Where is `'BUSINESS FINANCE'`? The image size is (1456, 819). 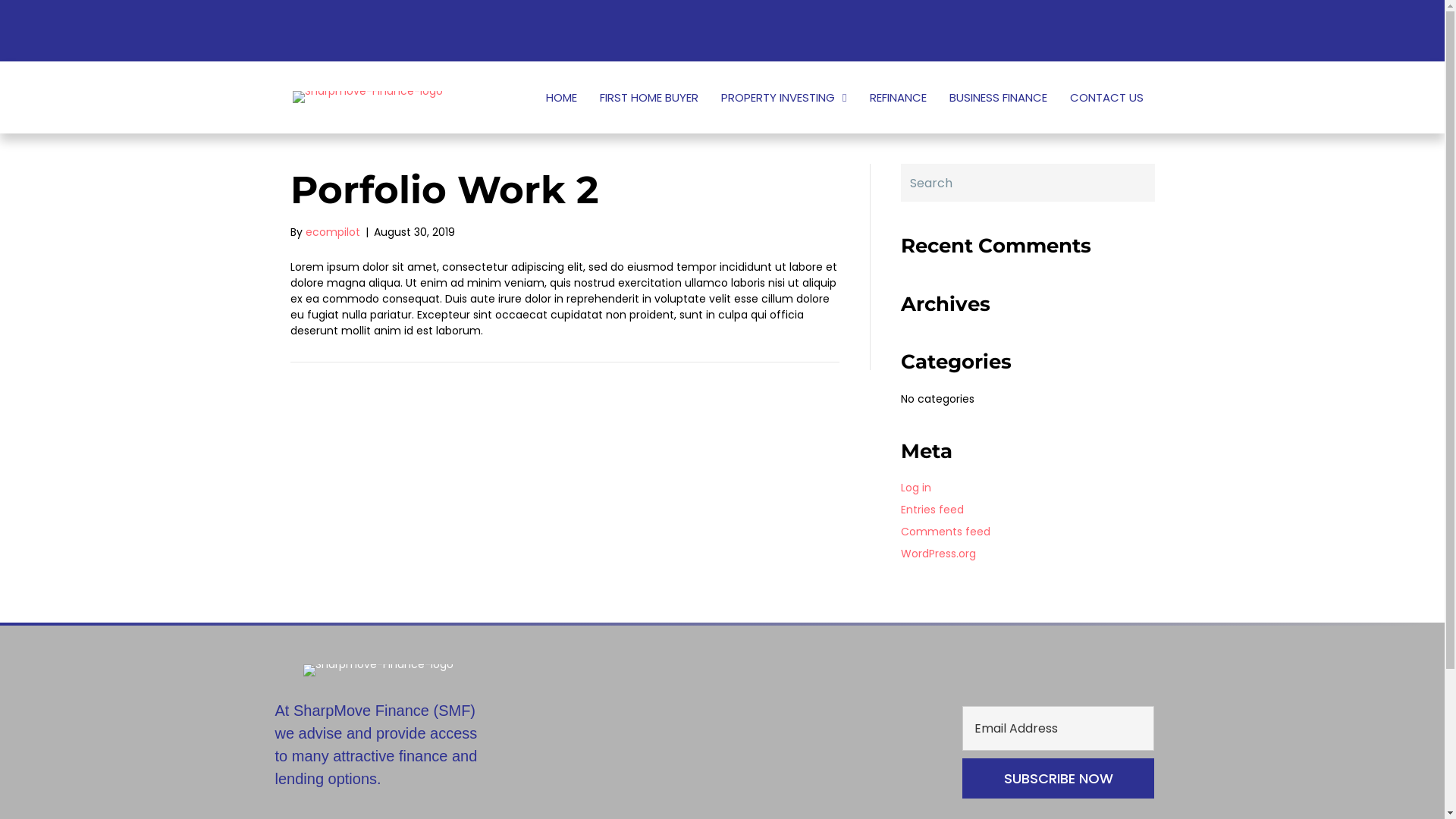 'BUSINESS FINANCE' is located at coordinates (998, 97).